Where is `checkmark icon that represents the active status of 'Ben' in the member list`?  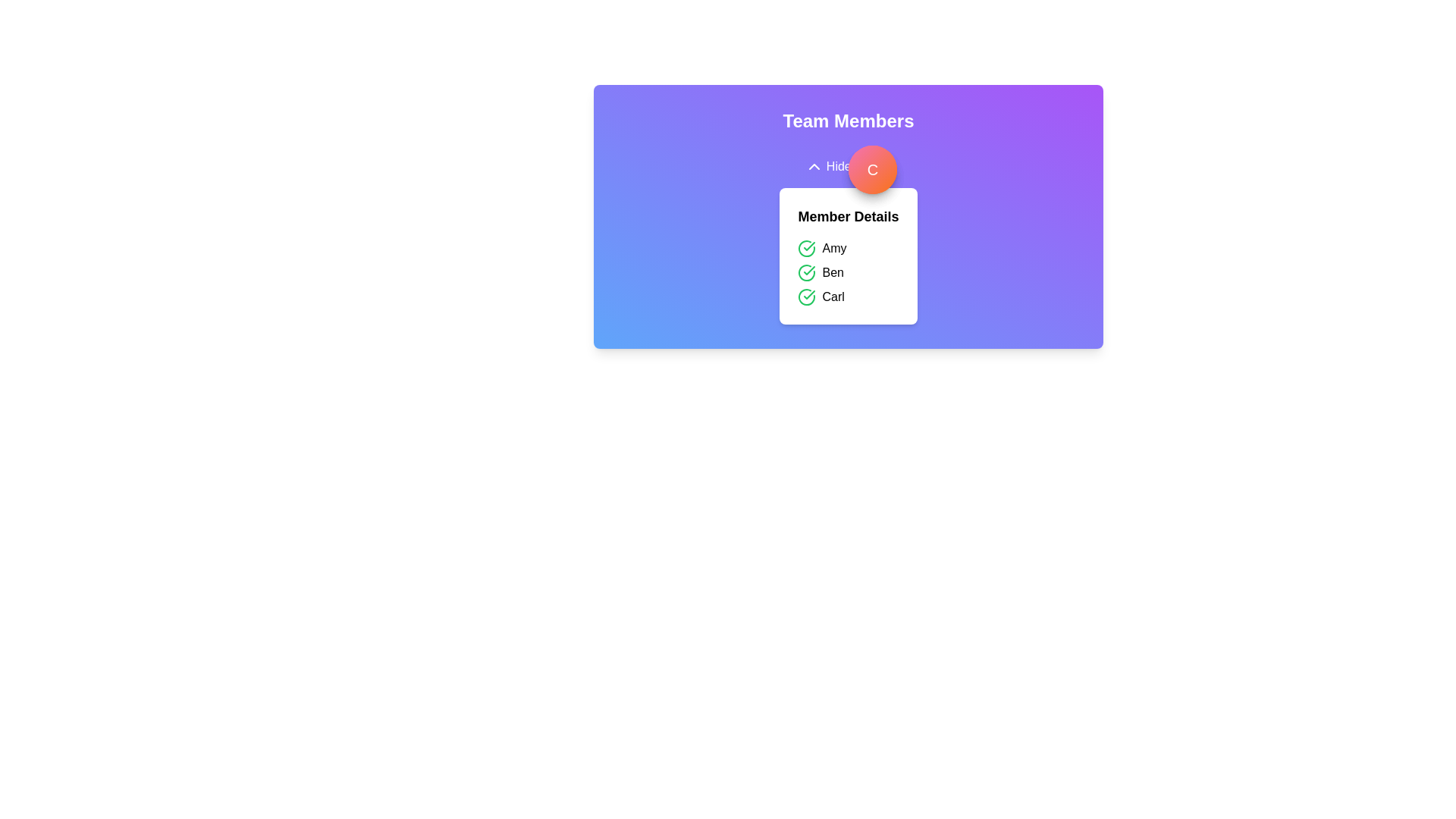
checkmark icon that represents the active status of 'Ben' in the member list is located at coordinates (808, 270).